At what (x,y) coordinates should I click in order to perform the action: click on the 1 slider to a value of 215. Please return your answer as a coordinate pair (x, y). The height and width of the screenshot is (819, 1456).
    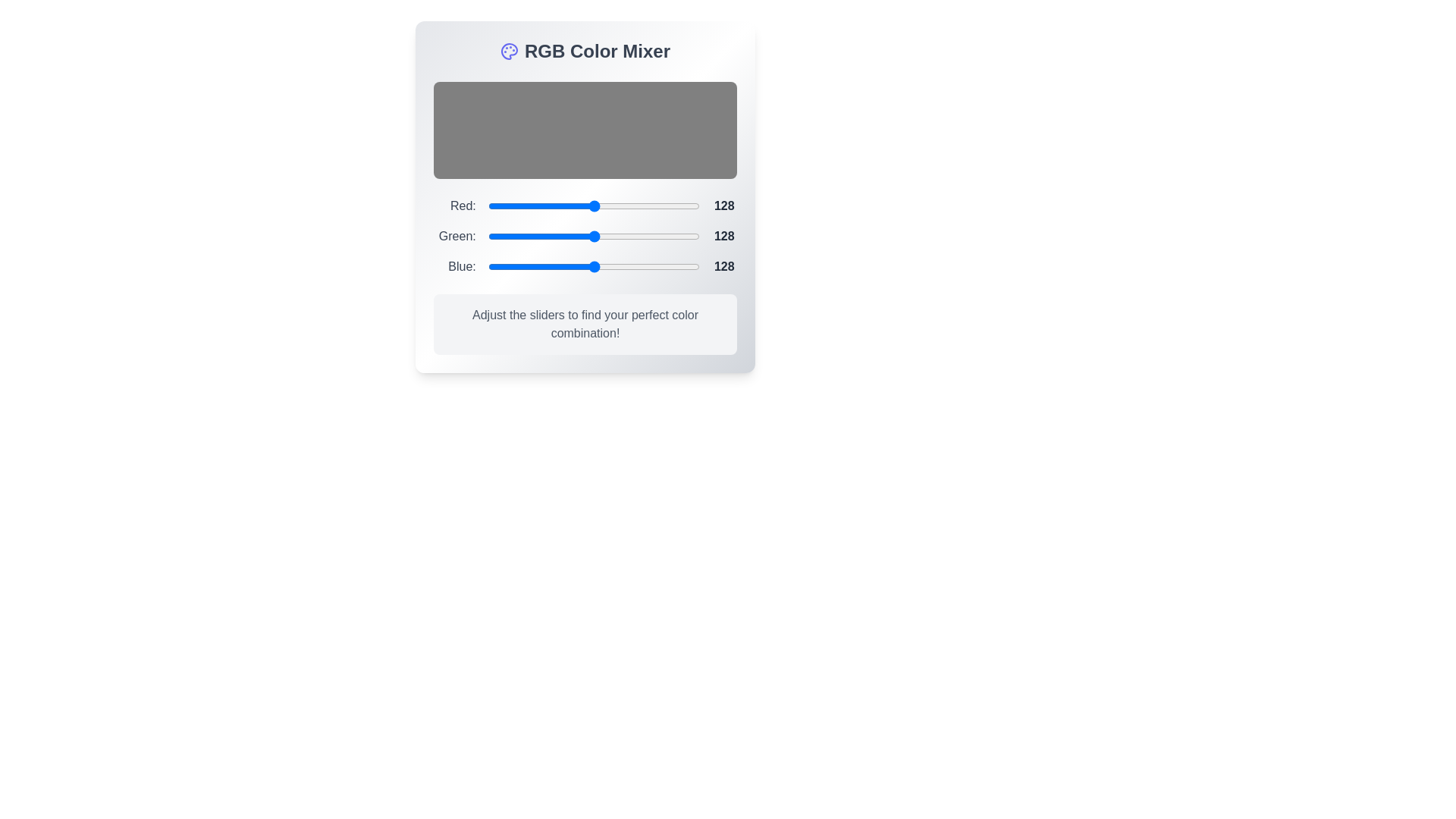
    Looking at the image, I should click on (682, 237).